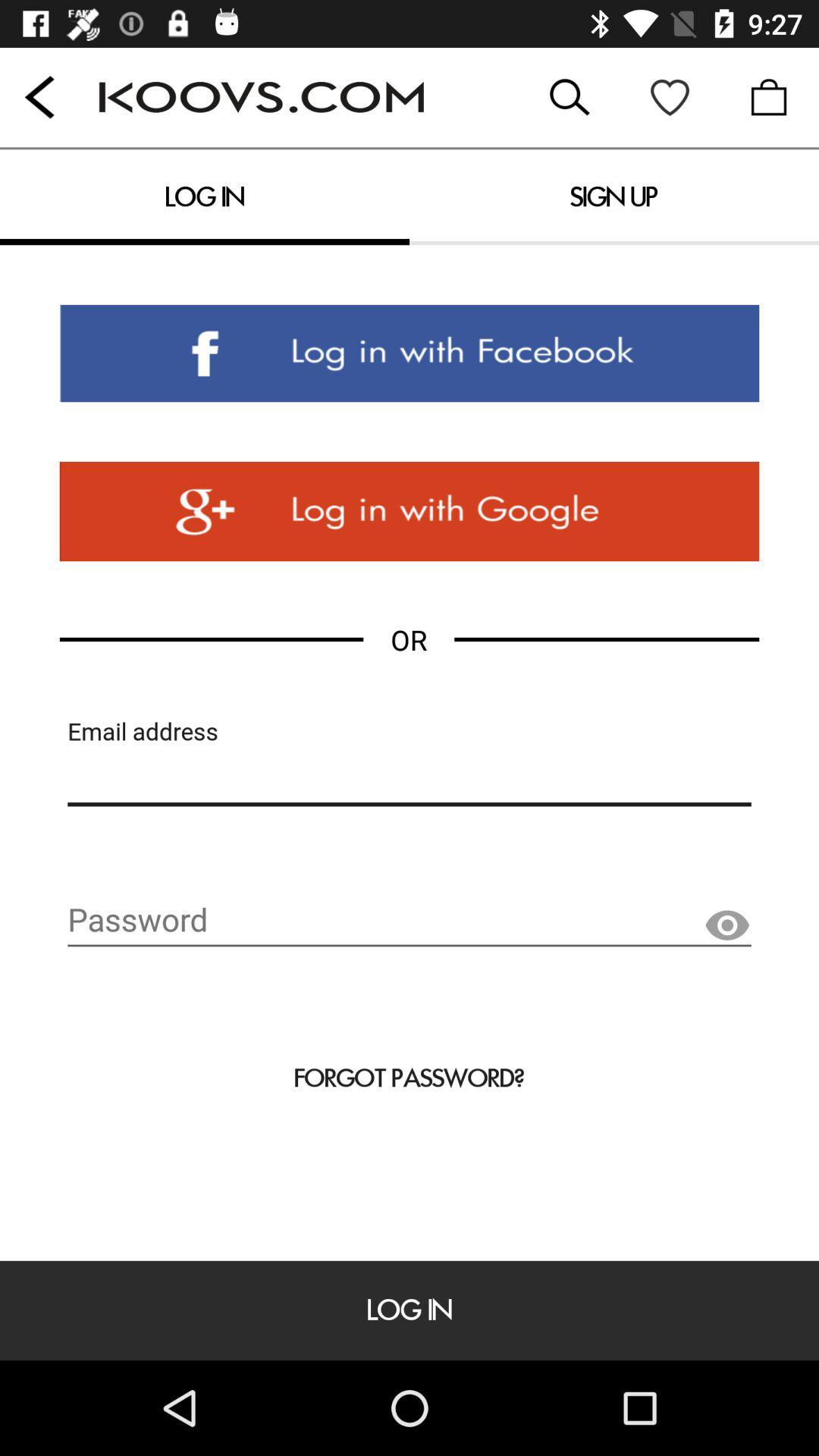 This screenshot has height=1456, width=819. What do you see at coordinates (39, 96) in the screenshot?
I see `the arrow_backward icon` at bounding box center [39, 96].